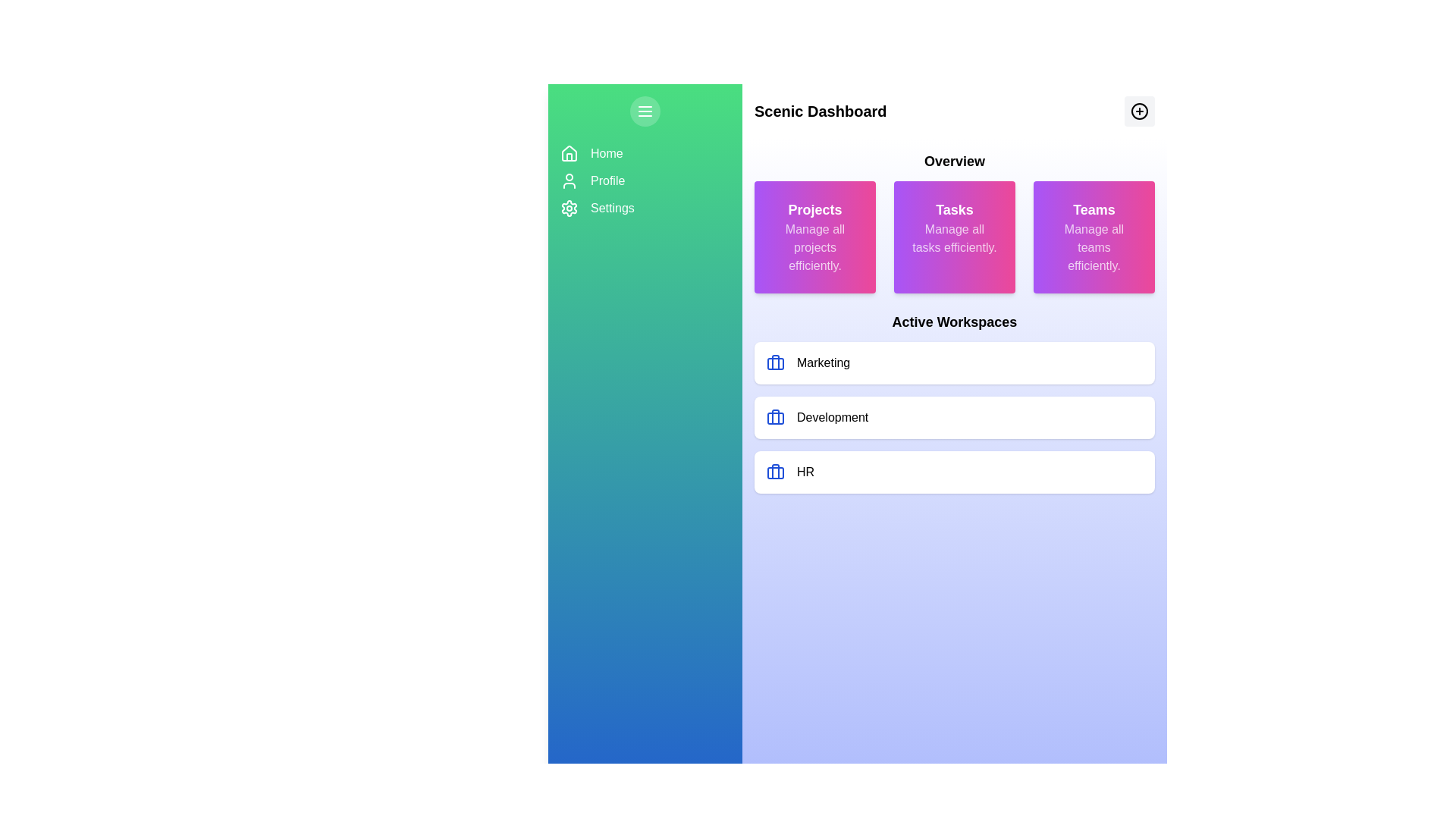 This screenshot has width=1456, height=819. Describe the element at coordinates (953, 362) in the screenshot. I see `the 'Marketing' workspace card located in the 'Active Workspaces' section` at that location.